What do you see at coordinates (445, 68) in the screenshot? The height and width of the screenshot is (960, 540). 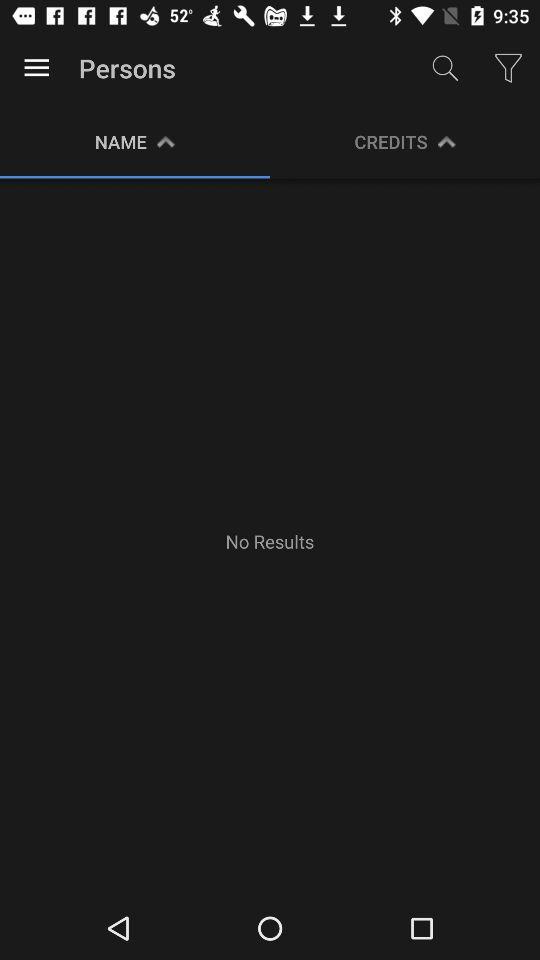 I see `the item above credits icon` at bounding box center [445, 68].